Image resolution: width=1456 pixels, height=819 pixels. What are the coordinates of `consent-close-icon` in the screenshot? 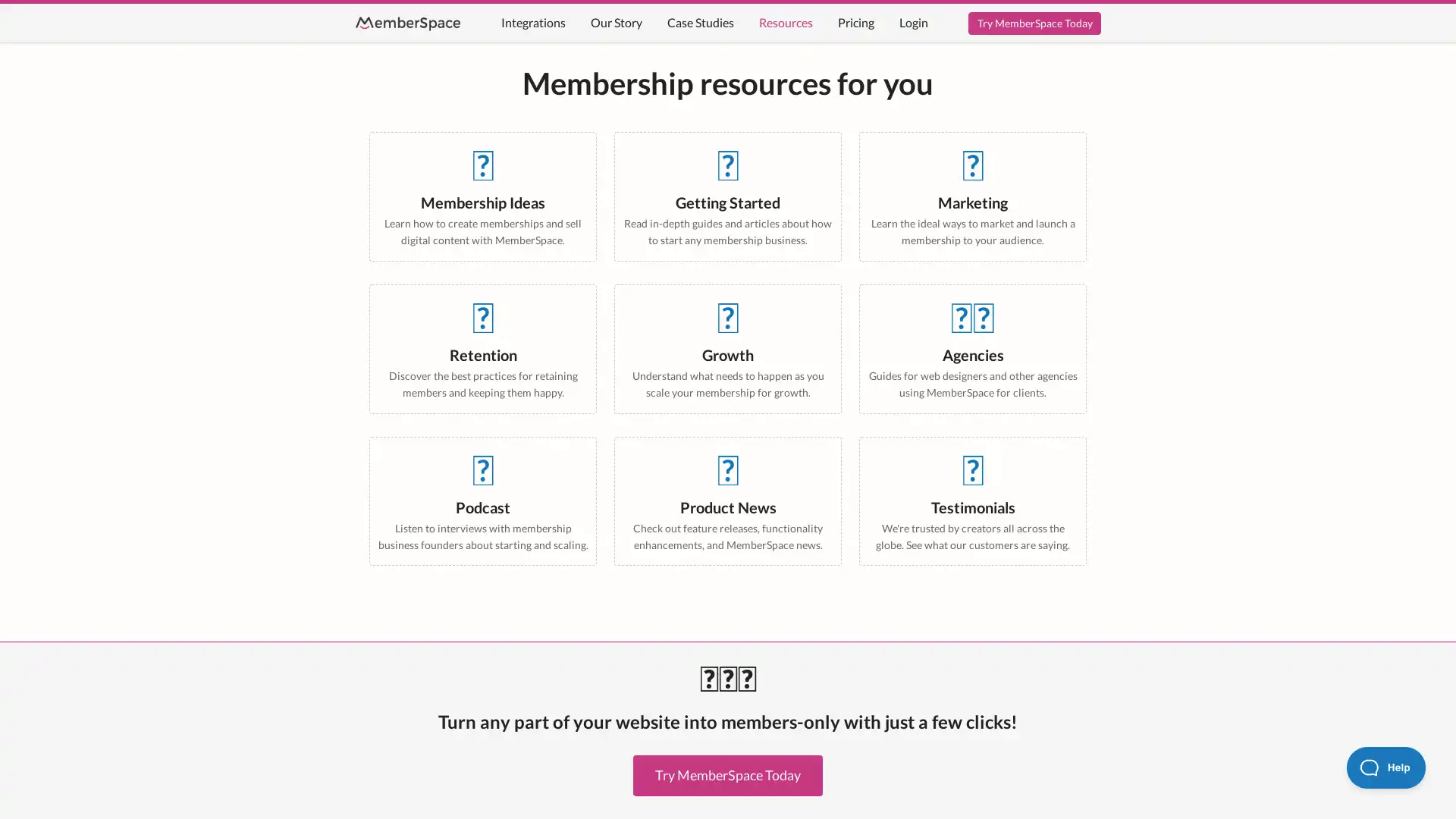 It's located at (357, 590).